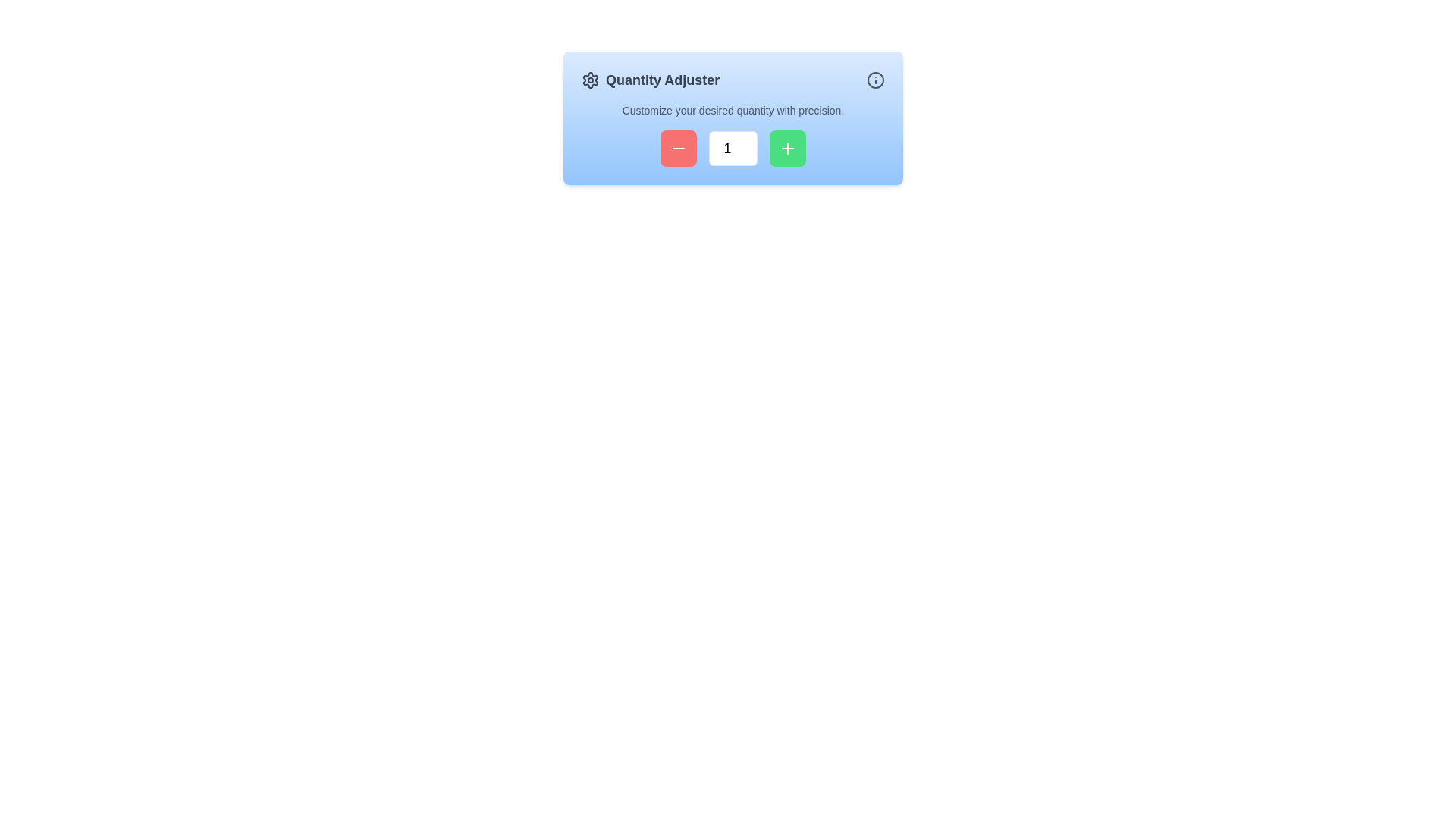 Image resolution: width=1456 pixels, height=819 pixels. What do you see at coordinates (876, 80) in the screenshot?
I see `the informational/help icon, which is a circular icon with an outlined gray circle and a dot in the middle, located at the top-right corner of the 'Quantity Adjuster' section` at bounding box center [876, 80].